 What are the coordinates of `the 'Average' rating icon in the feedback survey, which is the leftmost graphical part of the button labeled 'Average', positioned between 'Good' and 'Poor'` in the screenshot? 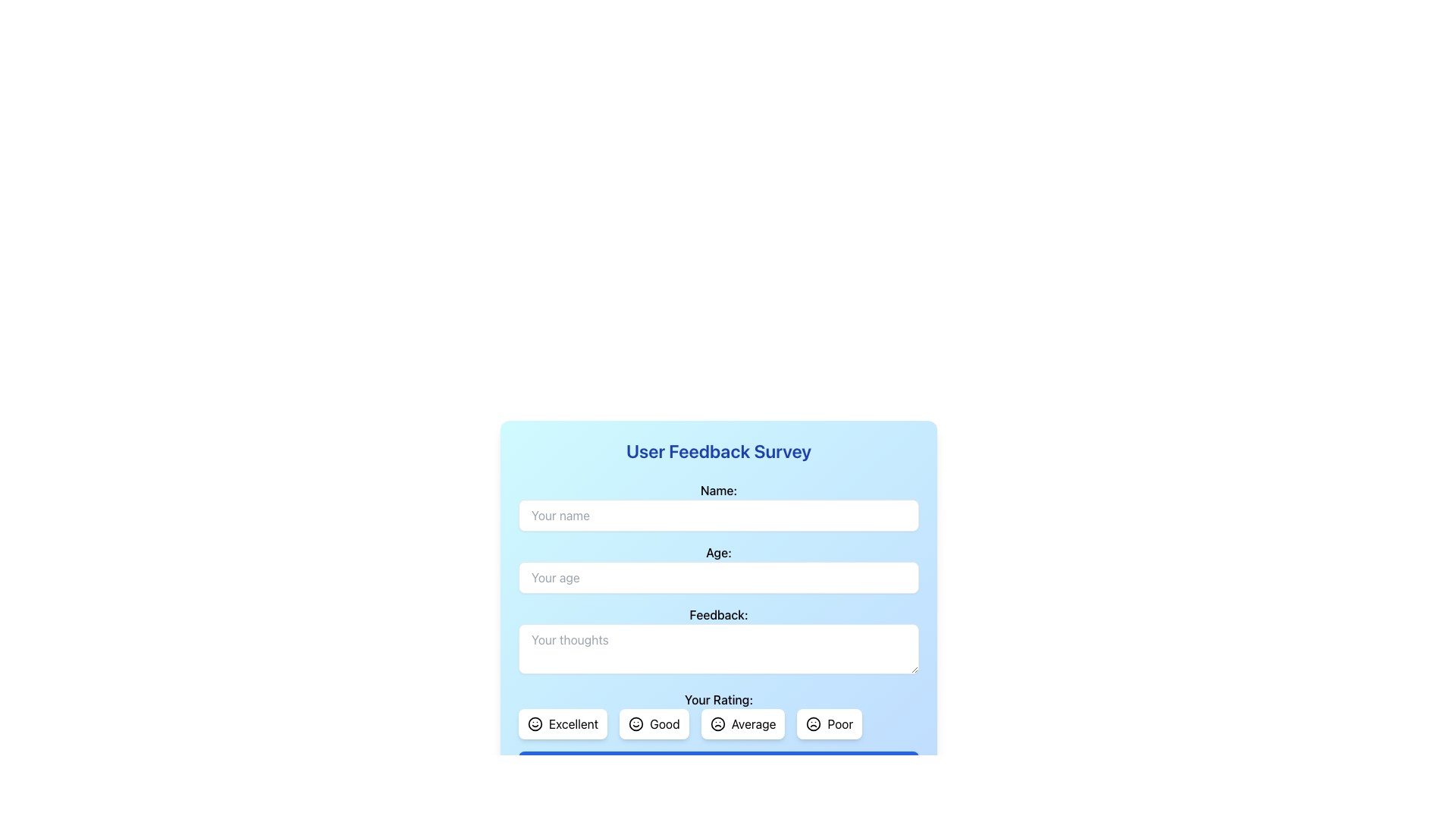 It's located at (717, 723).